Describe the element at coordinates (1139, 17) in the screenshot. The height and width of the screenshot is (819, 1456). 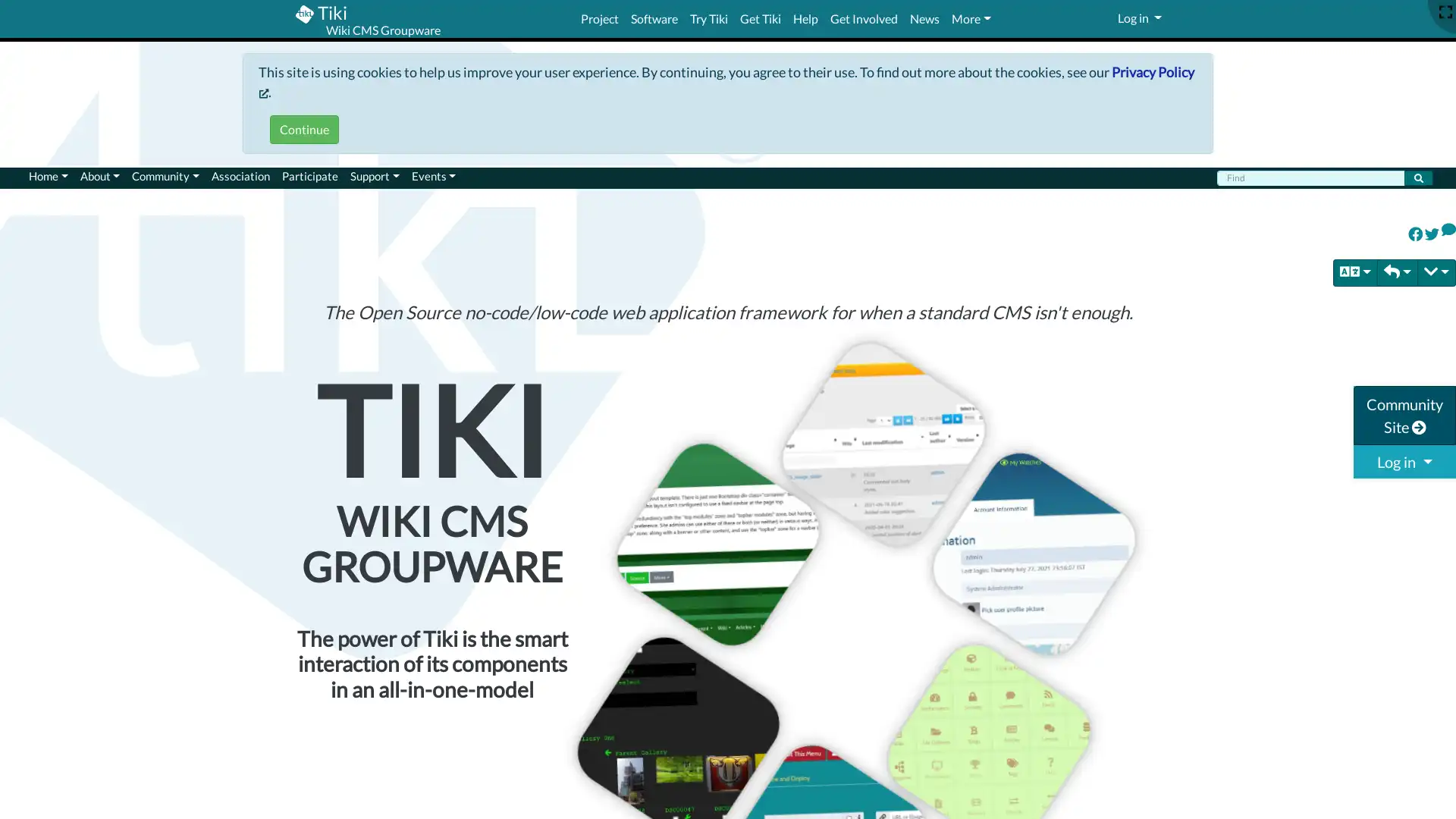
I see `Log in` at that location.